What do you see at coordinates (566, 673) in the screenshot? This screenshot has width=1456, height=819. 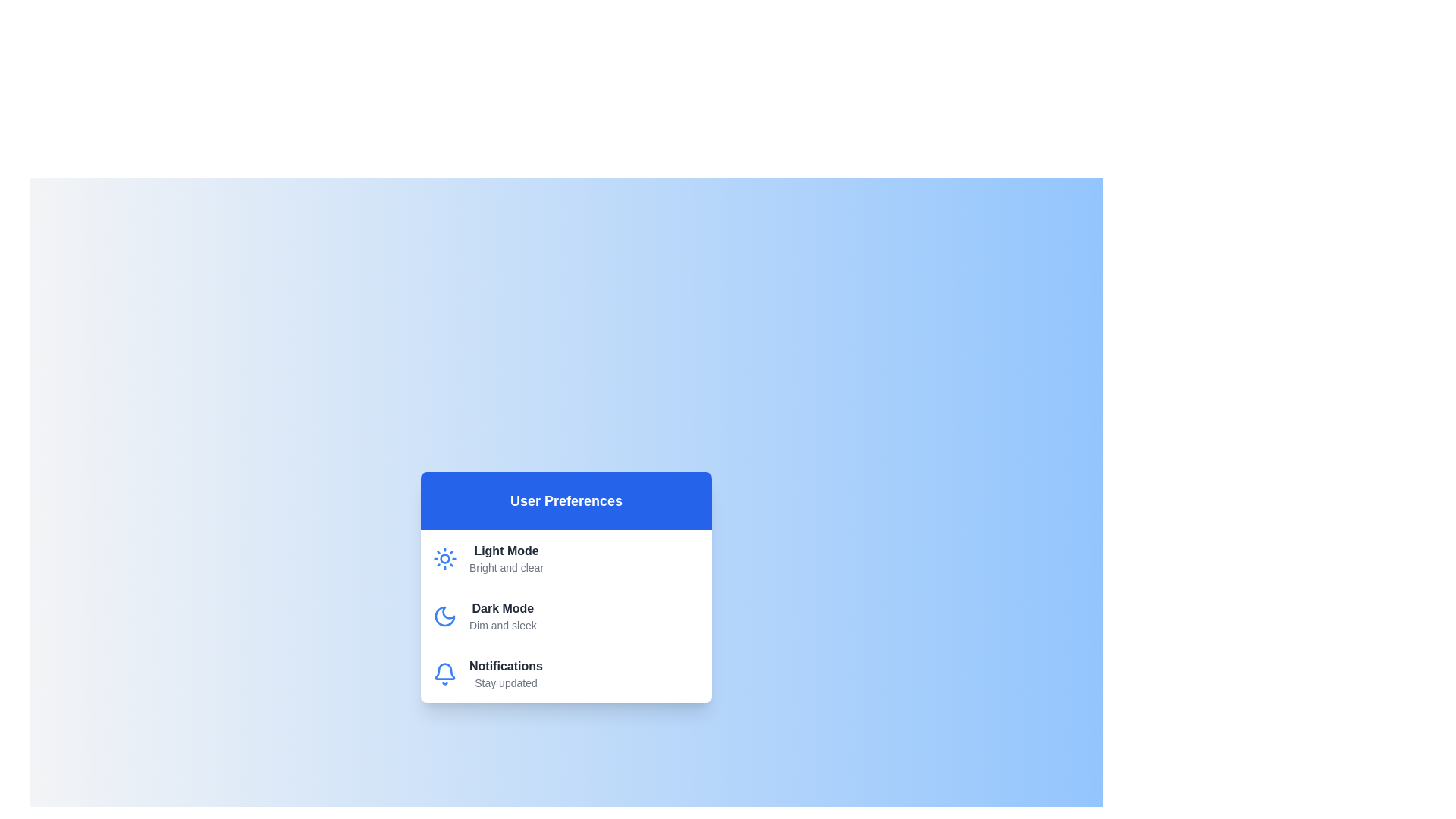 I see `the theme Notifications by clicking on its corresponding list item` at bounding box center [566, 673].